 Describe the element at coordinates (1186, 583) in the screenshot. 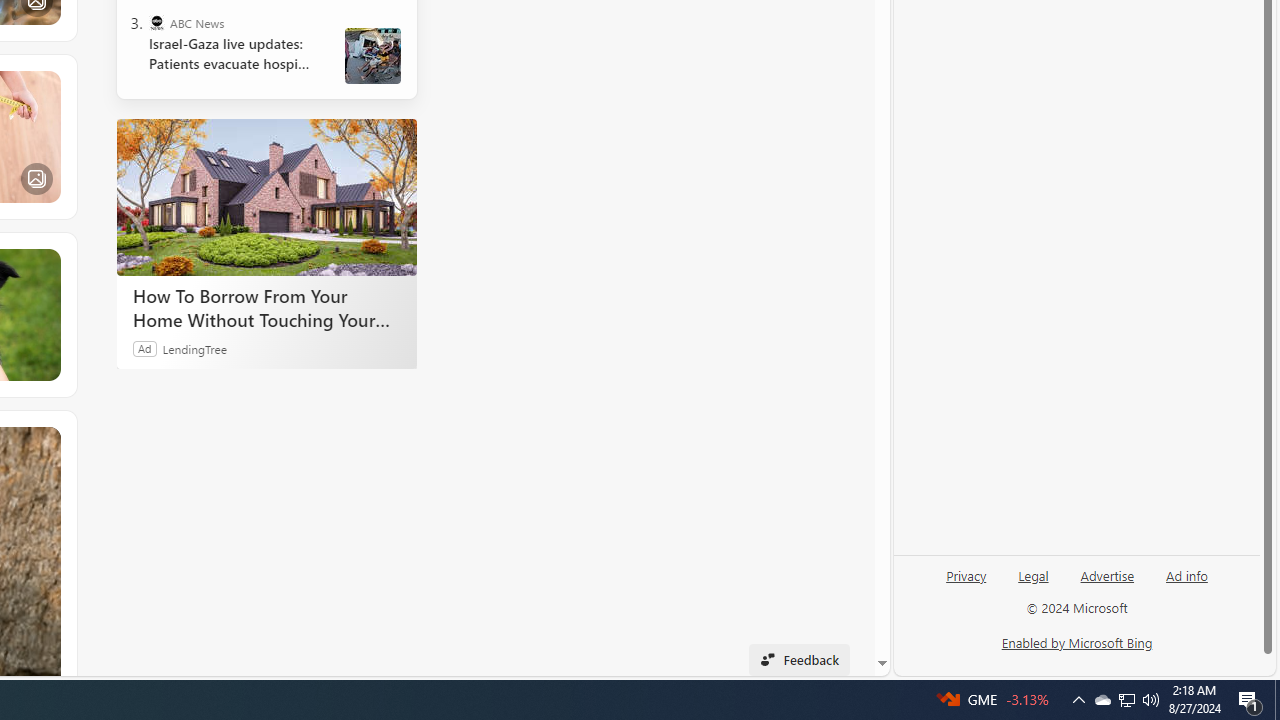

I see `'Ad info'` at that location.